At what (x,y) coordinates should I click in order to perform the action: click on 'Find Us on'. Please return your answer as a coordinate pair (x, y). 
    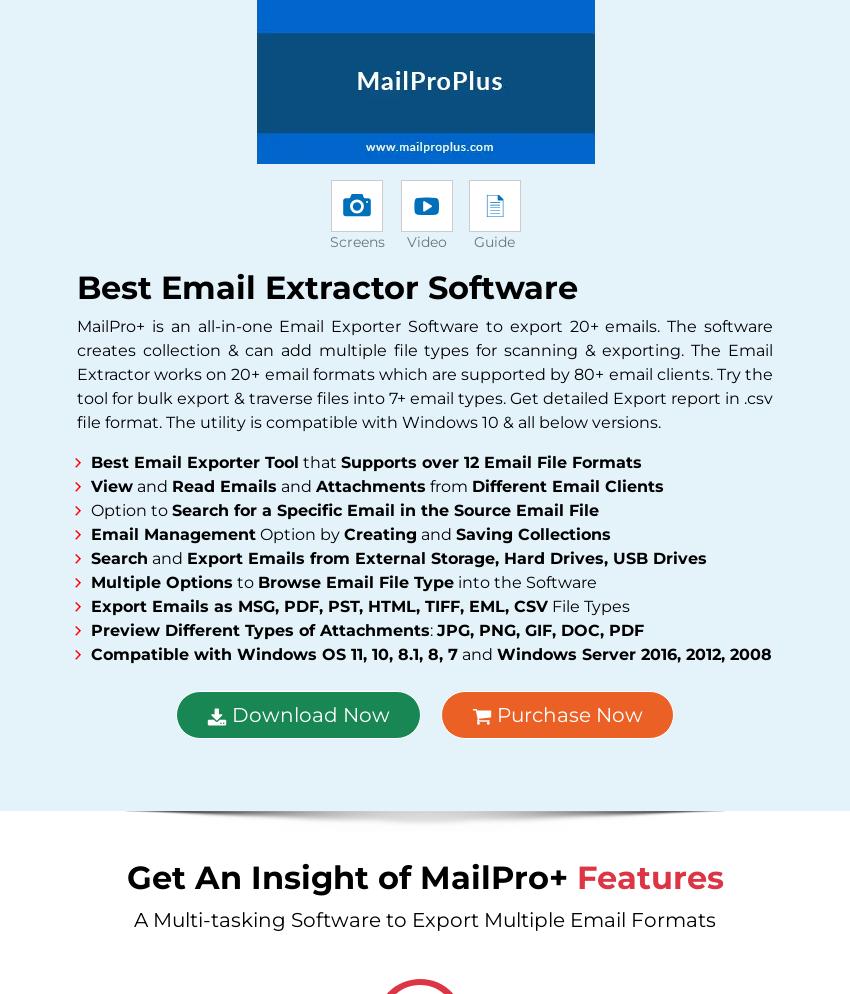
    Looking at the image, I should click on (133, 808).